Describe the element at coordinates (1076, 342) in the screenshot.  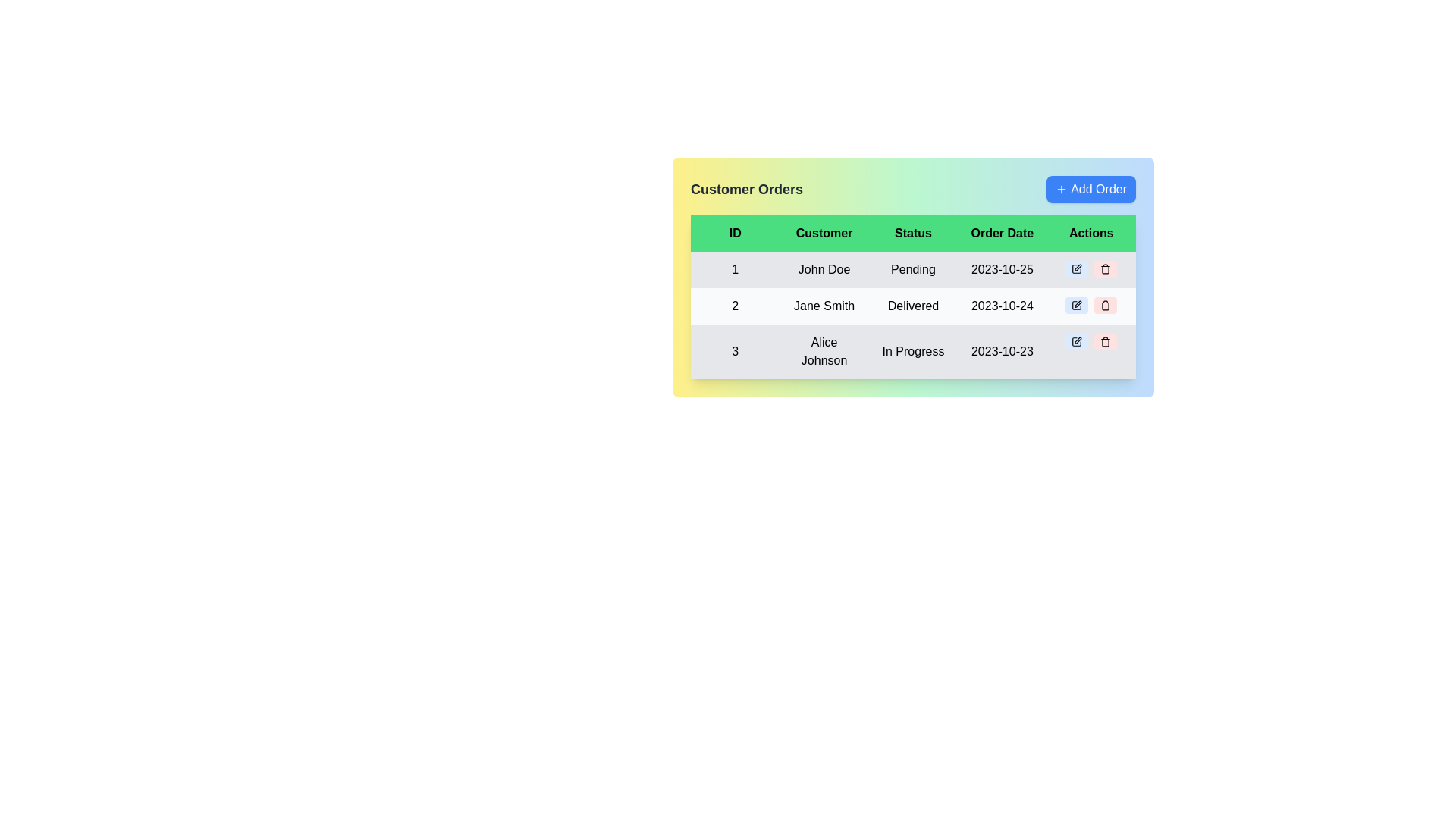
I see `the button in the 'Actions' column of Alice Johnson's order in the 'Customer Orders' table` at that location.